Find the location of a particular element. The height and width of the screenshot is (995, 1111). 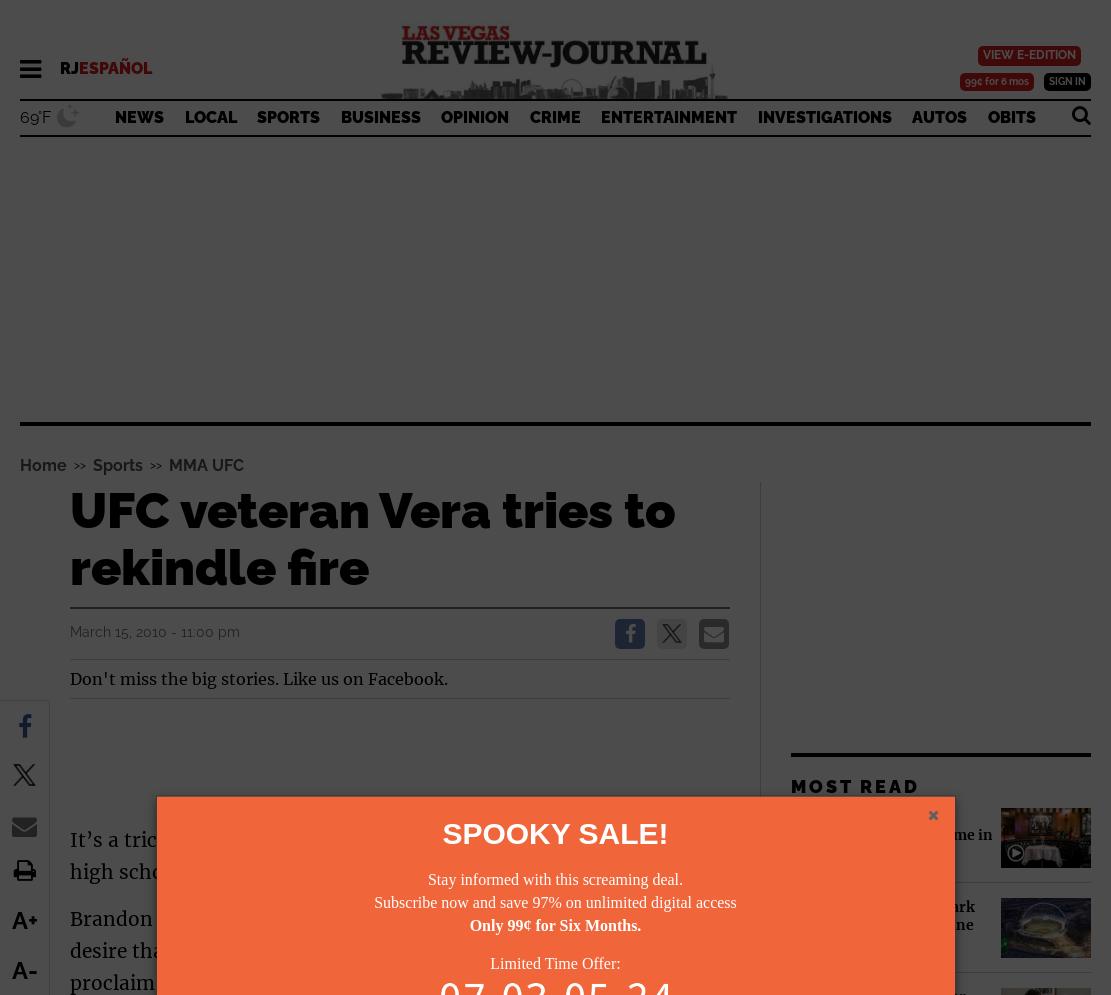

'ESPAÑOL' is located at coordinates (114, 67).